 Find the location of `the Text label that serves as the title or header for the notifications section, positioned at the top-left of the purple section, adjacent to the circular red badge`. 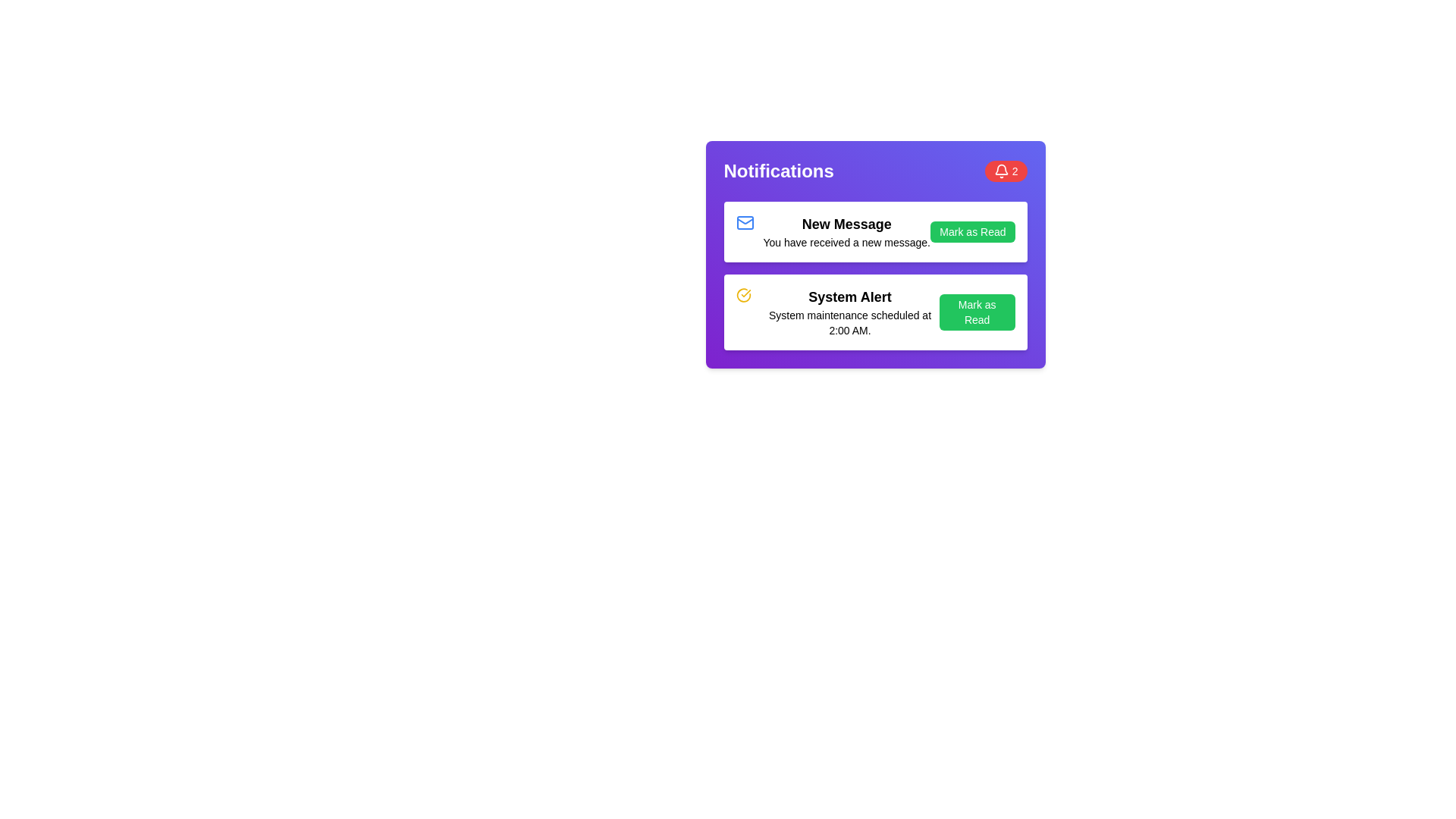

the Text label that serves as the title or header for the notifications section, positioned at the top-left of the purple section, adjacent to the circular red badge is located at coordinates (779, 171).